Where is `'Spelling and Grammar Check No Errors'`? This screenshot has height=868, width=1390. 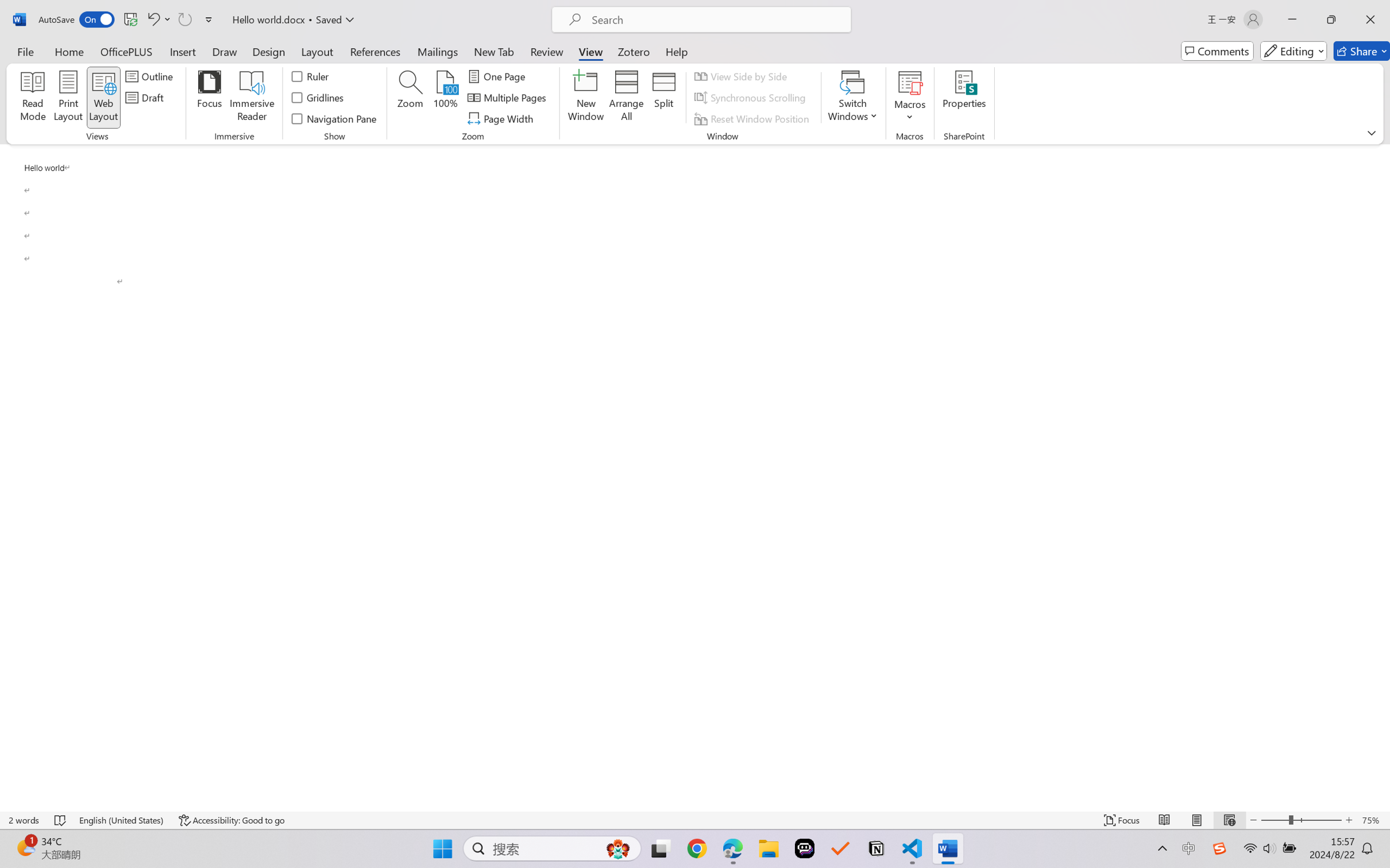
'Spelling and Grammar Check No Errors' is located at coordinates (60, 820).